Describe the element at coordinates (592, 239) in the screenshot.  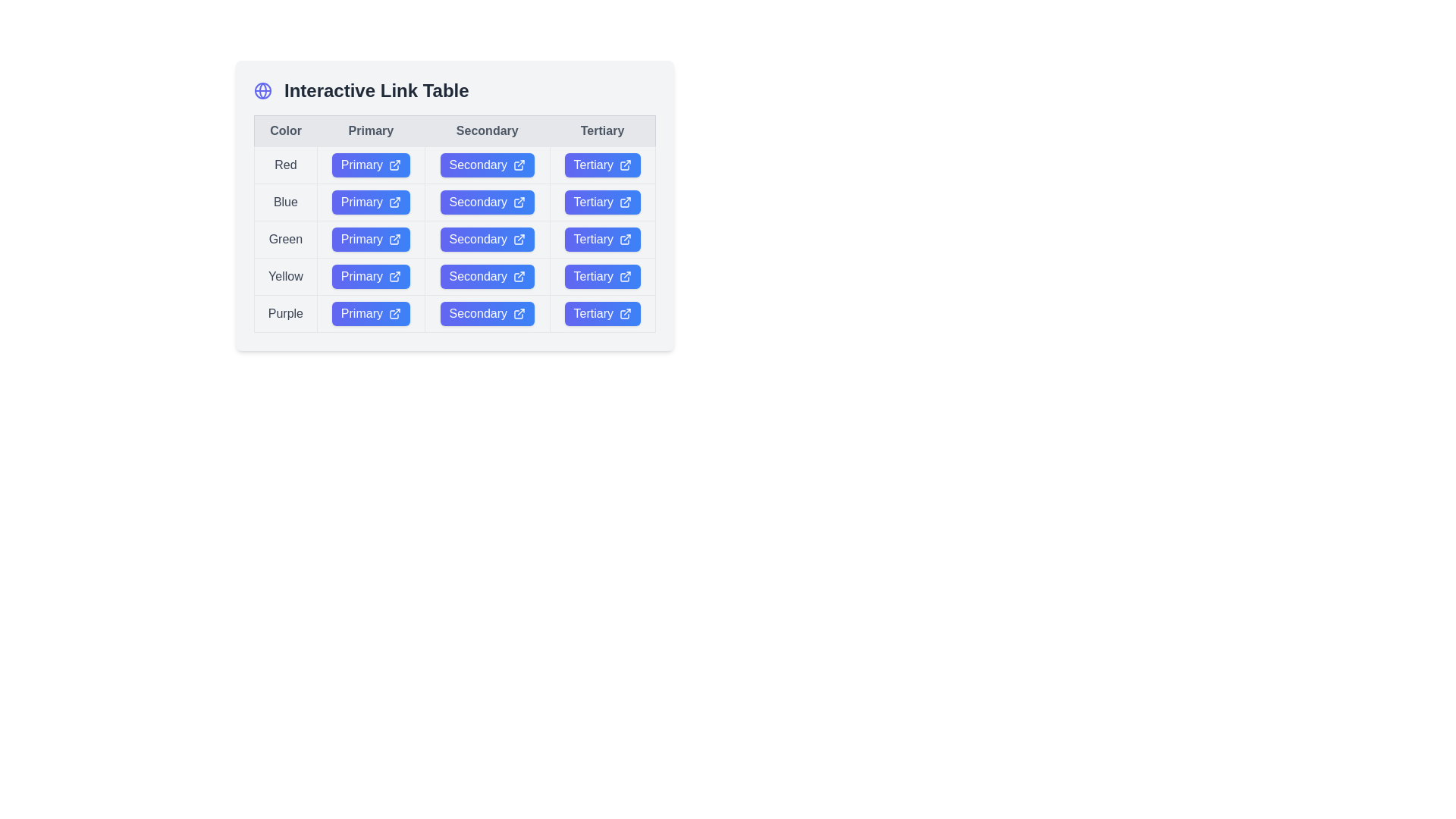
I see `label 'Tertiary', which is displayed in bold white font on a gradient blue background inside the button of the 'Green' row and 'Tertiary' column in the table` at that location.